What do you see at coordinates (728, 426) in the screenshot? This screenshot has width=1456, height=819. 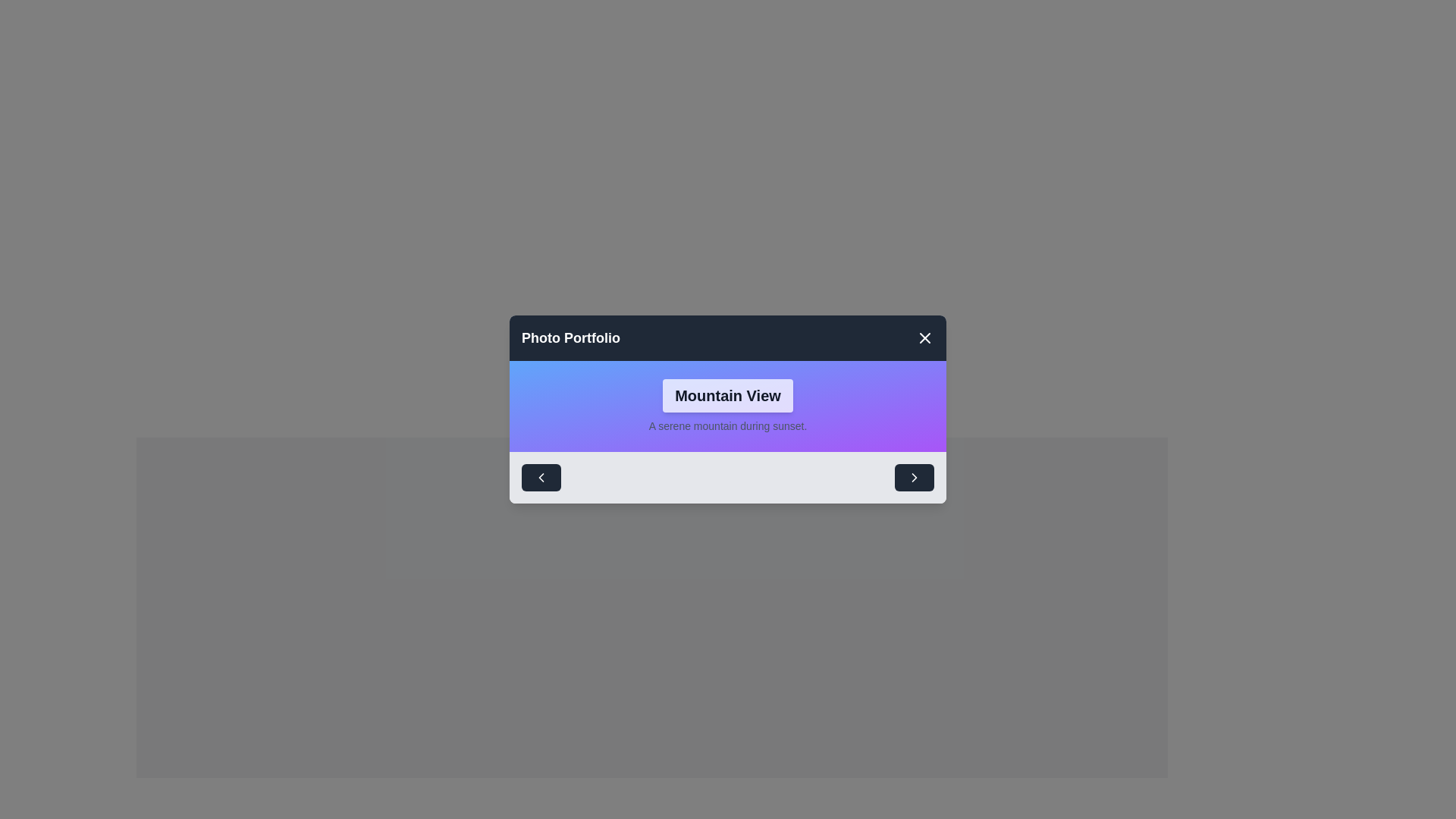 I see `the static text label displaying 'A serene mountain during sunset.' which is styled in gray and positioned below the heading 'Mountain View'` at bounding box center [728, 426].